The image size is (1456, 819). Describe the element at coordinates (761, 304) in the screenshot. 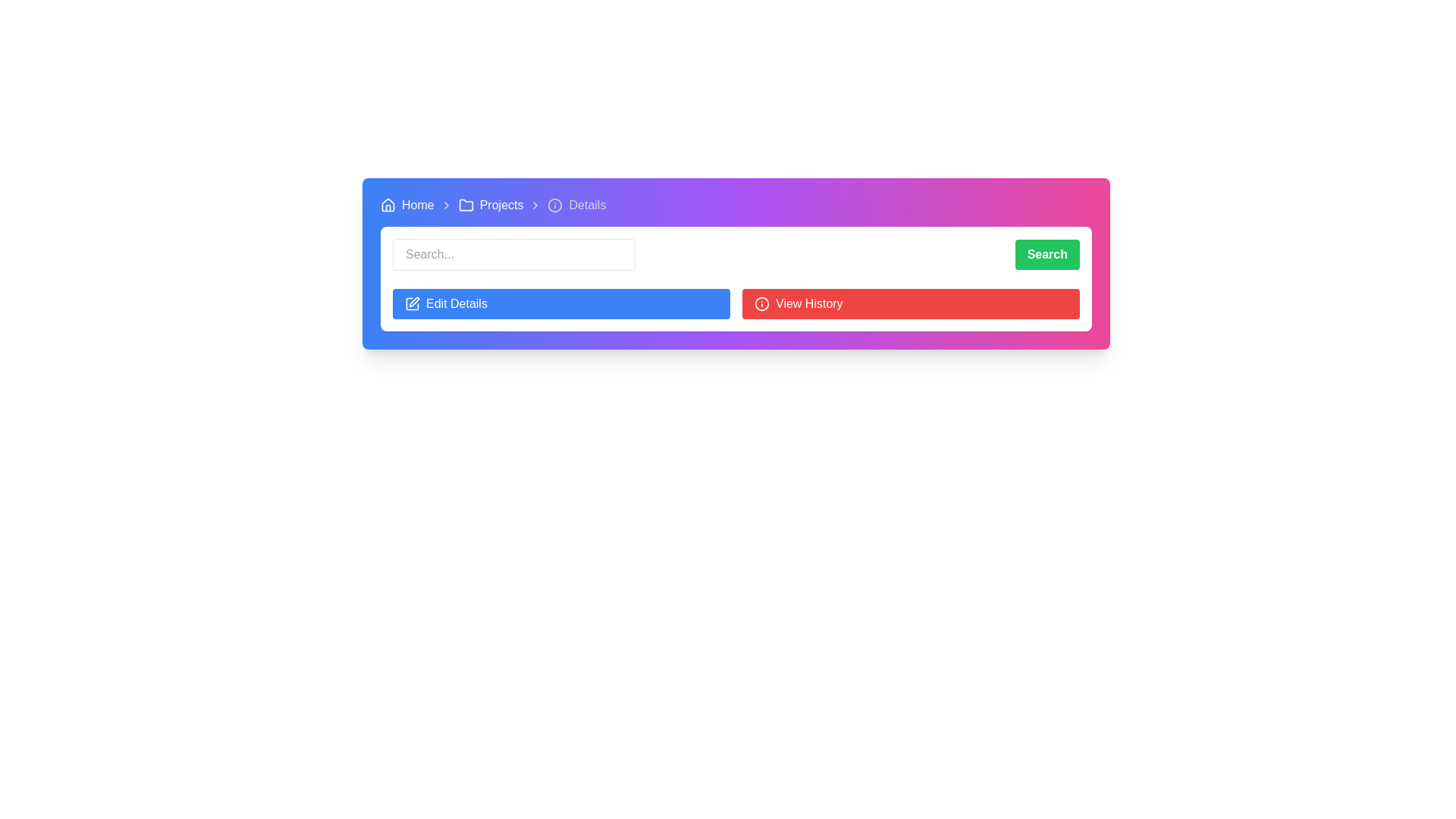

I see `the informational icon within the 'View History' button located at the top-right section of the interface to signify its purpose` at that location.